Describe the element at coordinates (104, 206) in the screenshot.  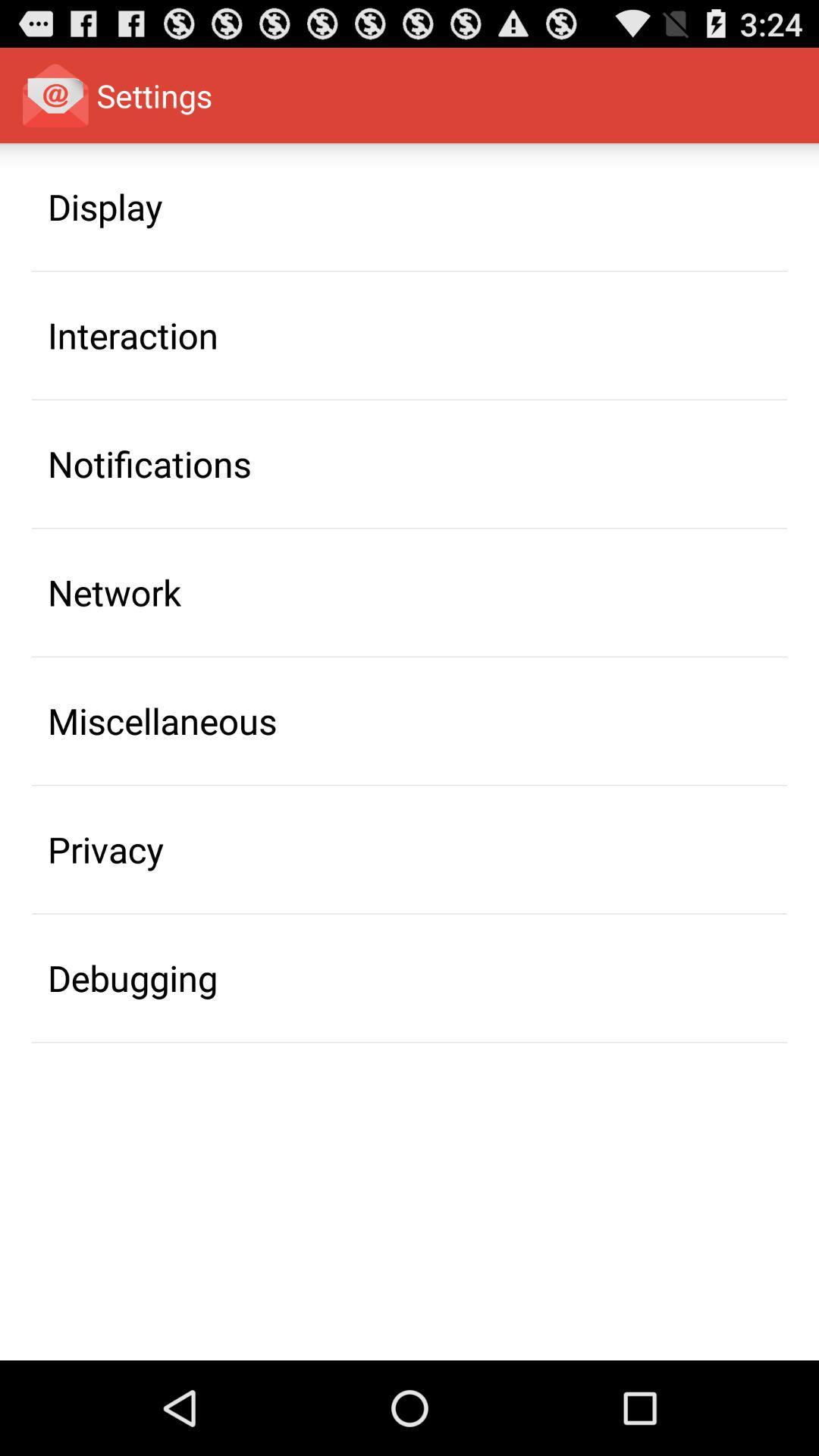
I see `display app` at that location.